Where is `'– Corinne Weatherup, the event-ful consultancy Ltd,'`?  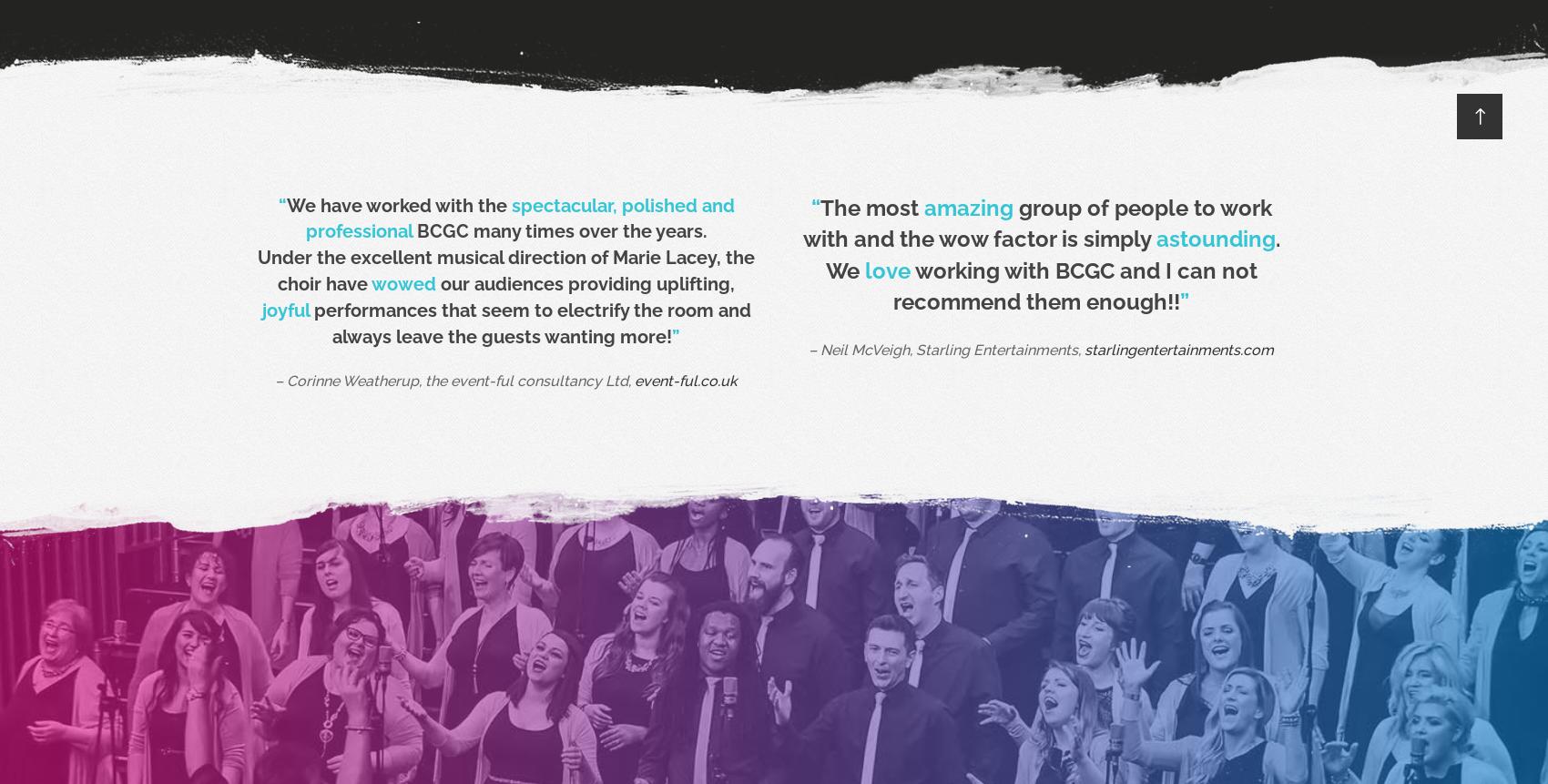
'– Corinne Weatherup, the event-ful consultancy Ltd,' is located at coordinates (274, 381).